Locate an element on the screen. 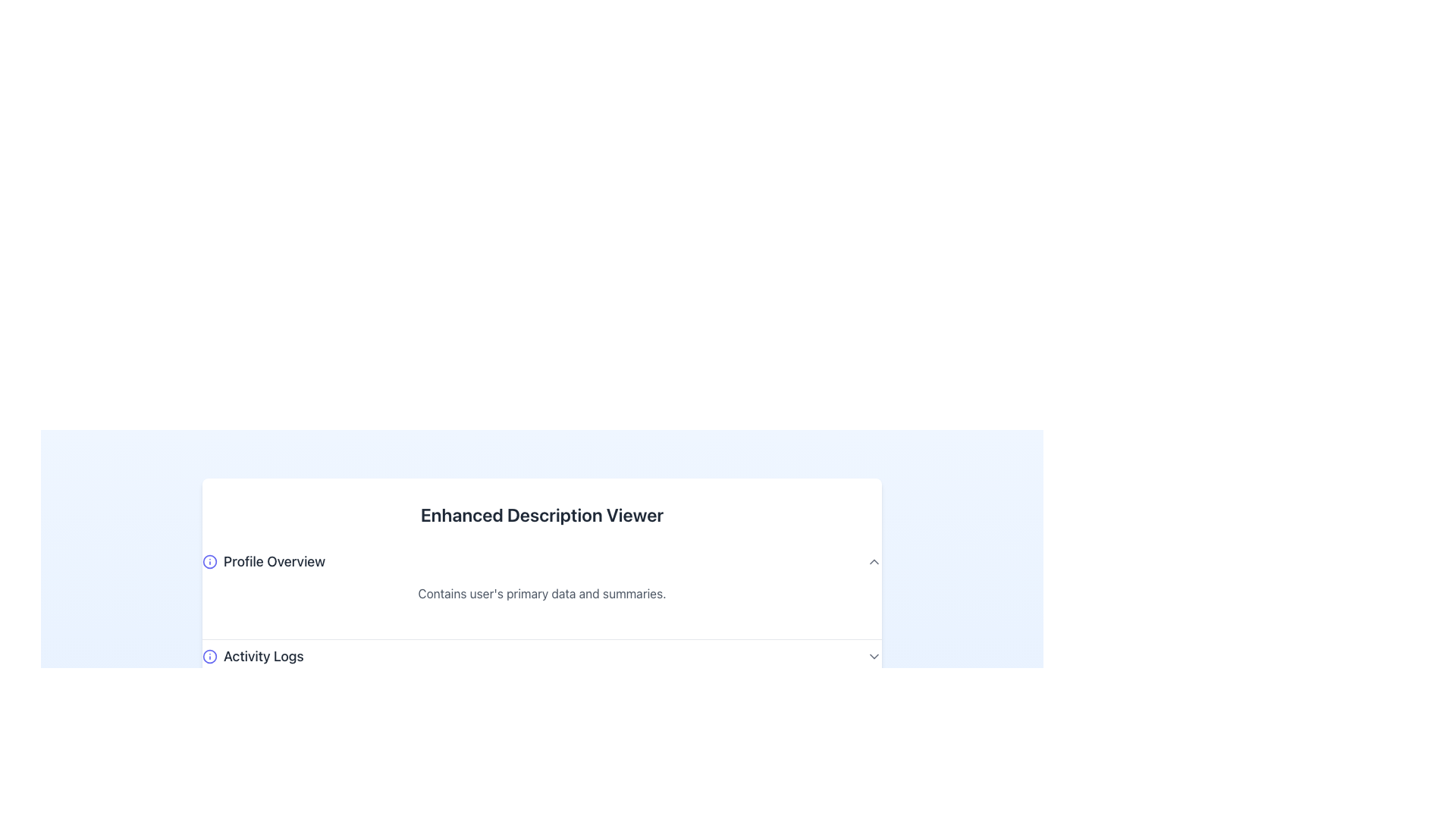 Image resolution: width=1456 pixels, height=819 pixels. the upward-facing chevron icon representing collapse functionality located at the far-right side of the 'Profile Overview' section is located at coordinates (874, 561).